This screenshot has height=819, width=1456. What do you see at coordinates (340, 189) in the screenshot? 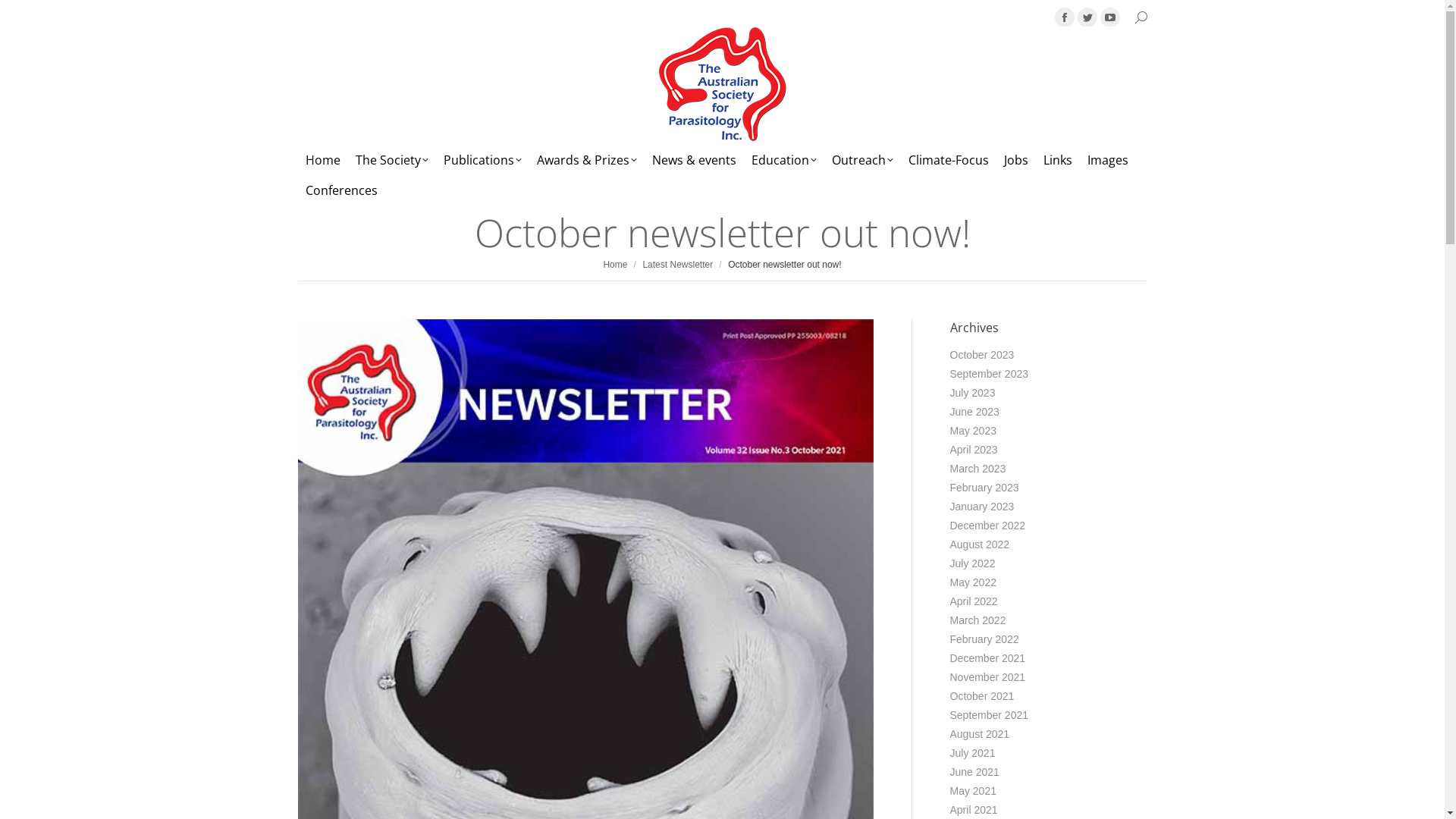
I see `'Conferences'` at bounding box center [340, 189].